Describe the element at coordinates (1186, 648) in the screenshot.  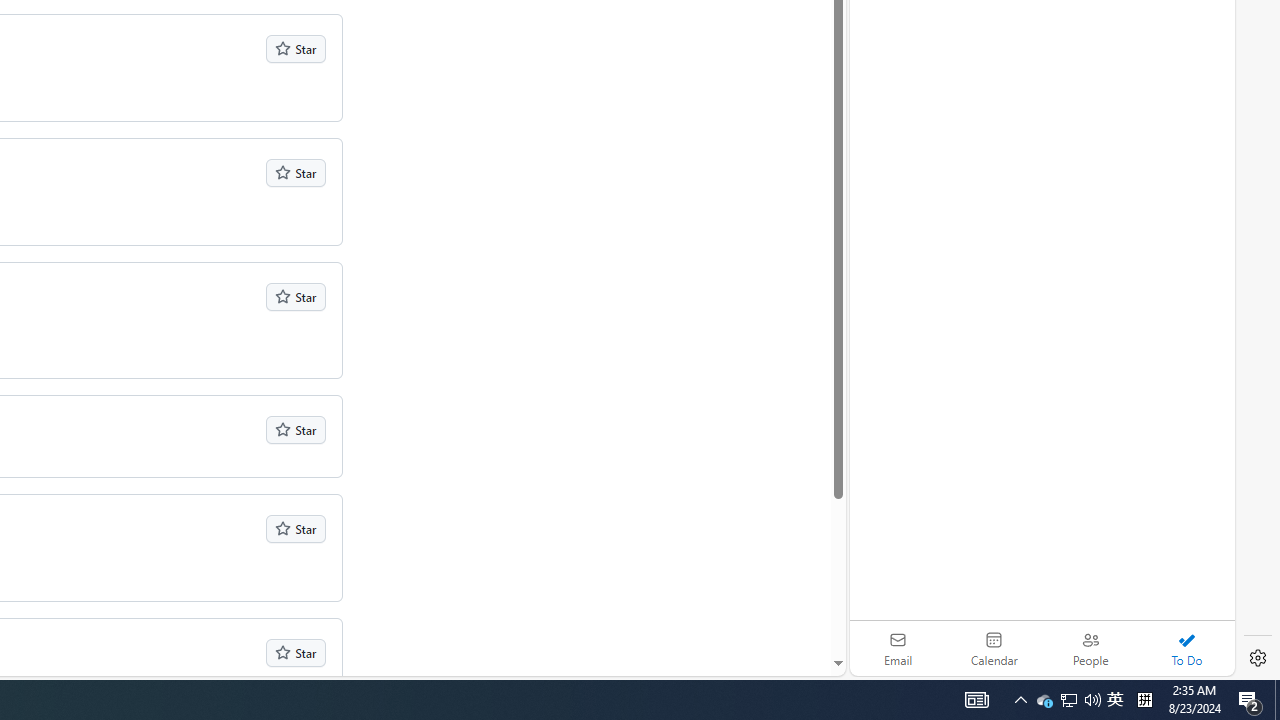
I see `'To Do'` at that location.